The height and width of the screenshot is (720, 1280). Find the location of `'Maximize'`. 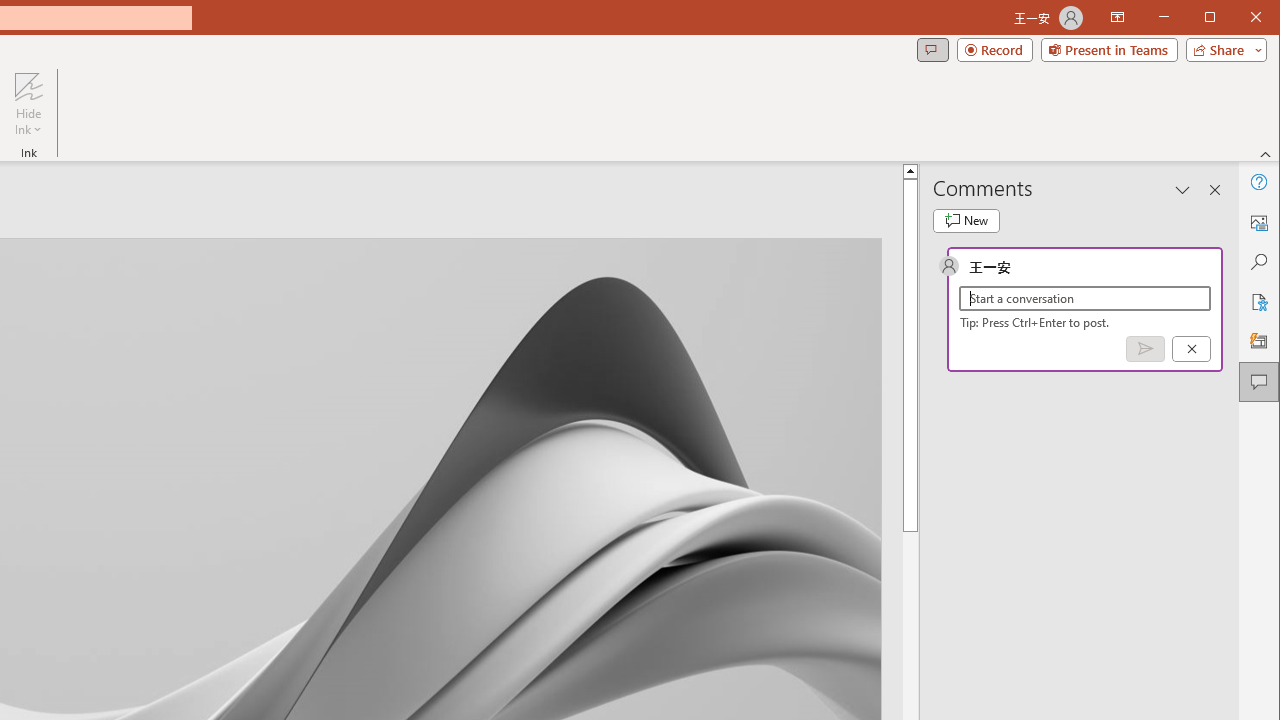

'Maximize' is located at coordinates (1238, 19).